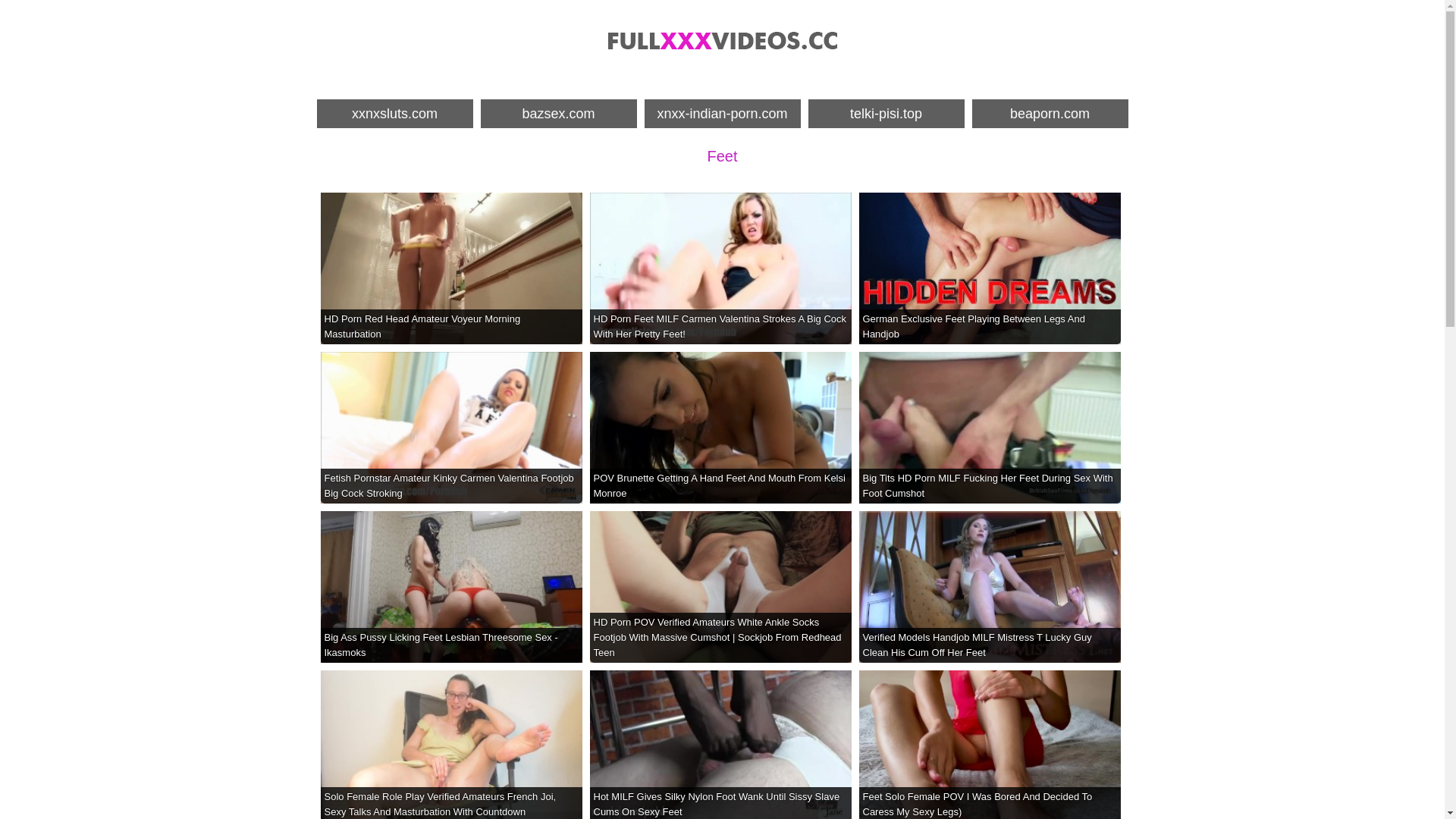 The height and width of the screenshot is (819, 1456). I want to click on 'xxnxsluts.com', so click(395, 113).